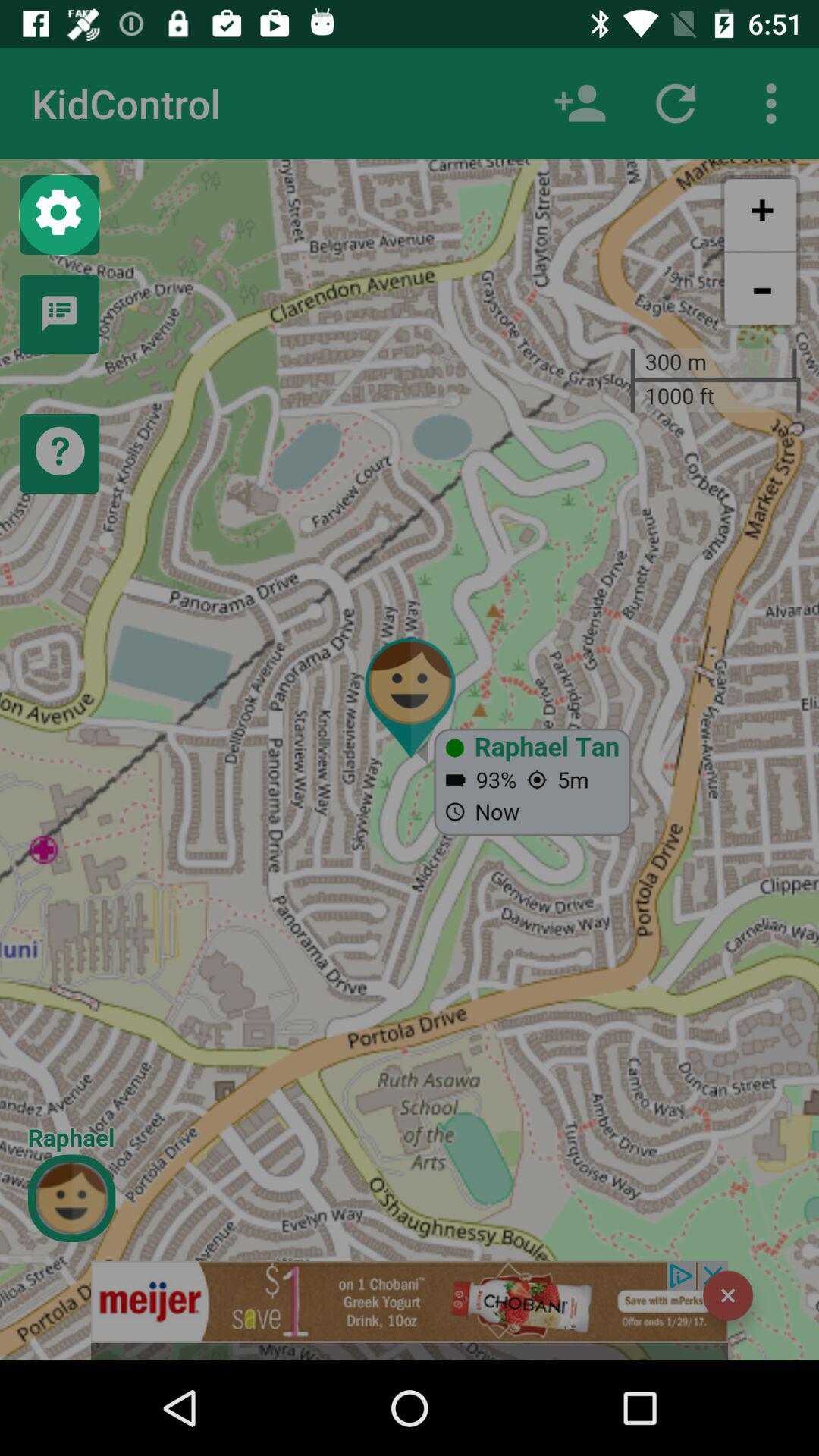 The image size is (819, 1456). Describe the element at coordinates (409, 1310) in the screenshot. I see `advertisement` at that location.